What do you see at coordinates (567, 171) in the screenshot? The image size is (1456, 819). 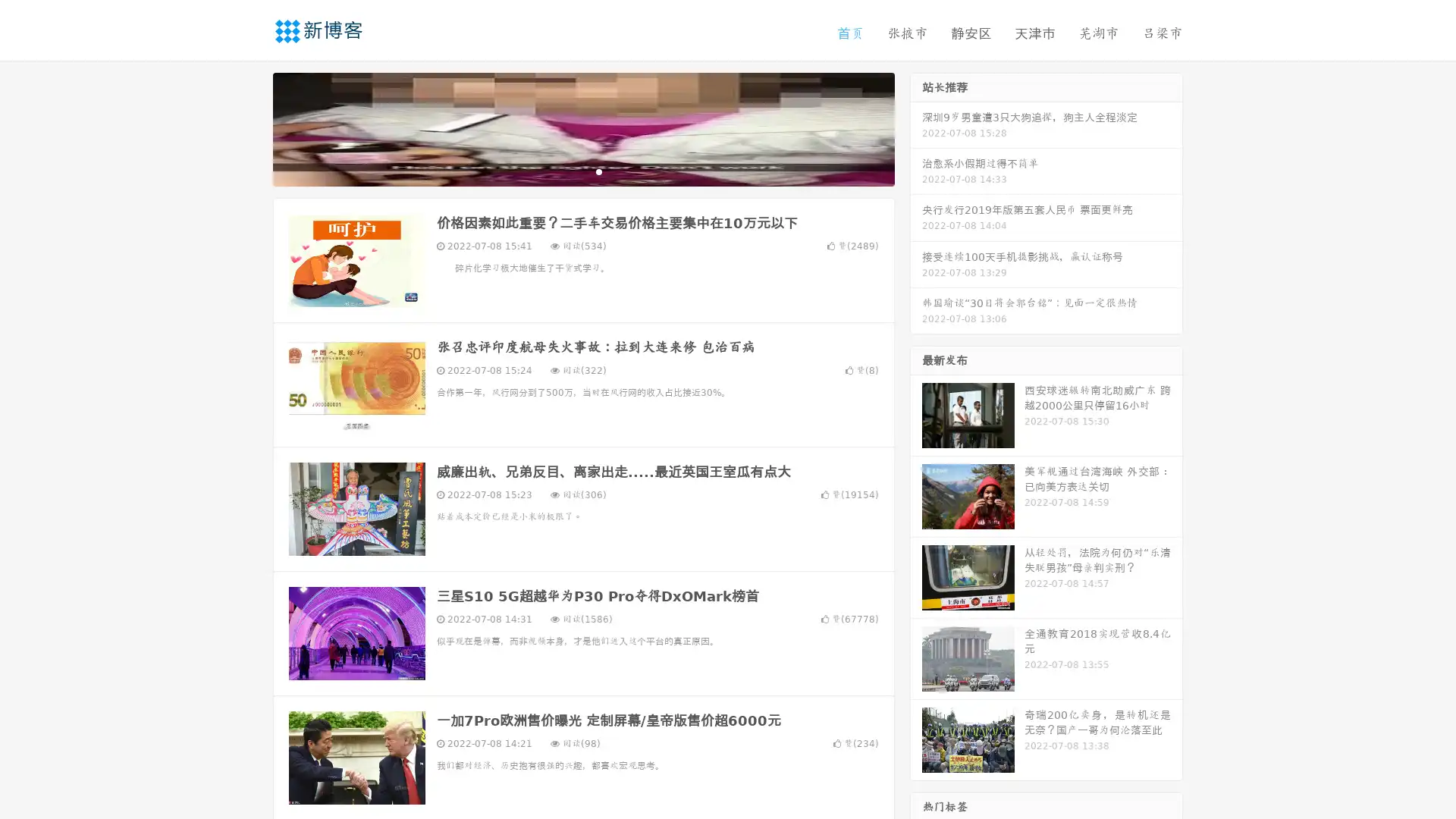 I see `Go to slide 1` at bounding box center [567, 171].